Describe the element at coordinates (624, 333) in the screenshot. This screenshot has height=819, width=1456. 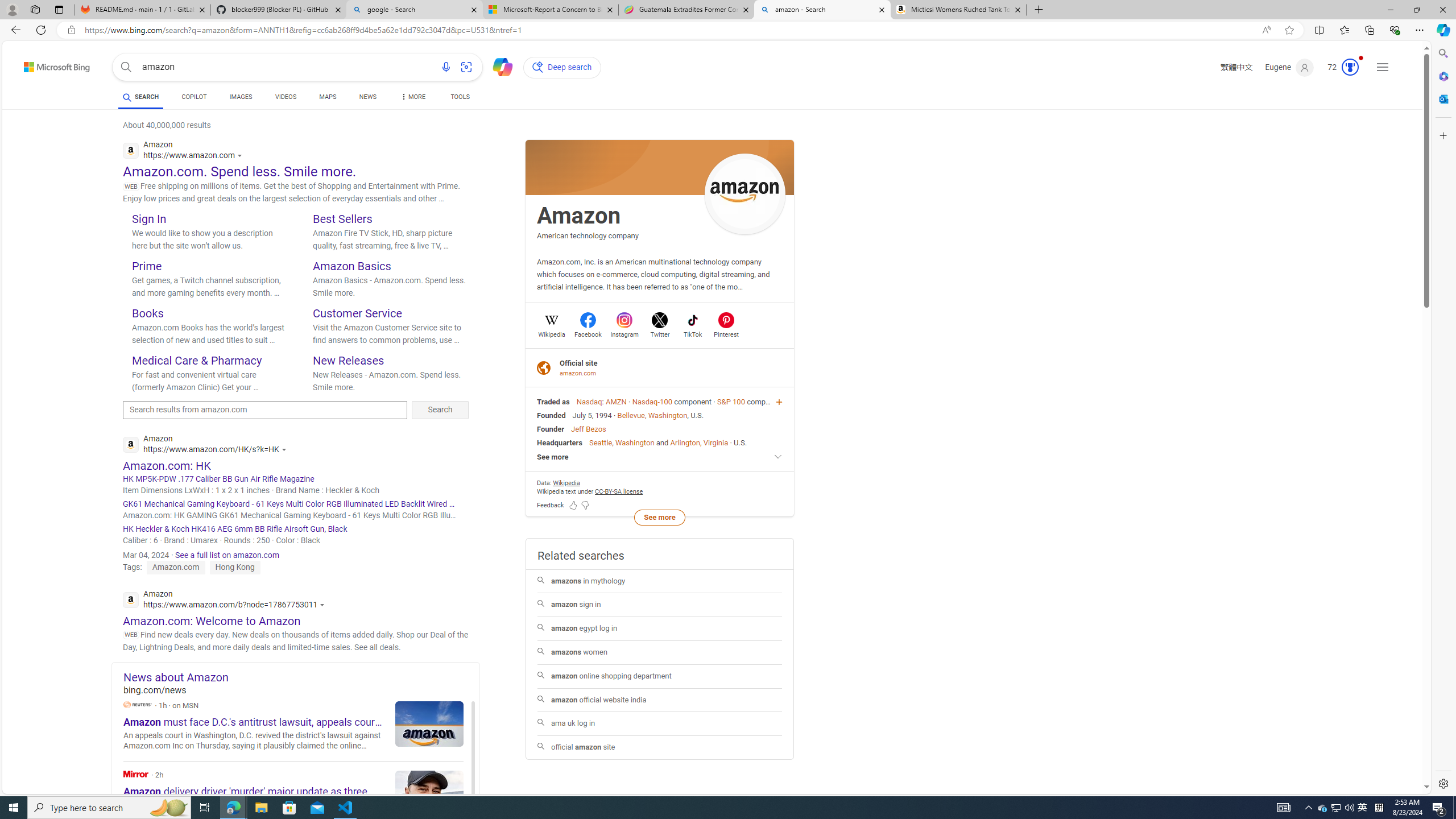
I see `'Instagram'` at that location.